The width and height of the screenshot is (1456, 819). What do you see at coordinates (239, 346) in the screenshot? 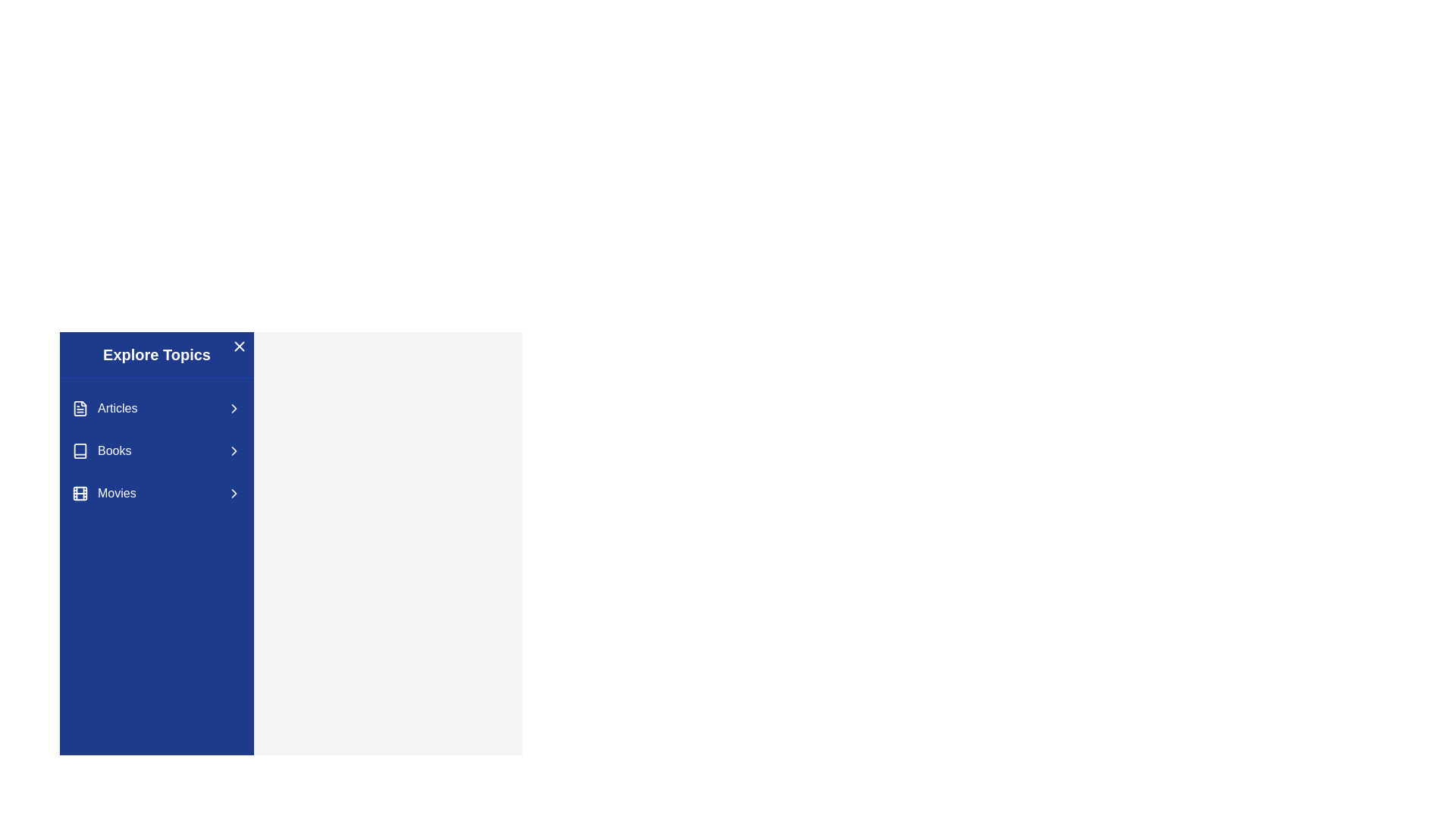
I see `the close icon represented by a diagonal cross symbol located at the top-right corner of the 'Explore Topics' blue panel` at bounding box center [239, 346].